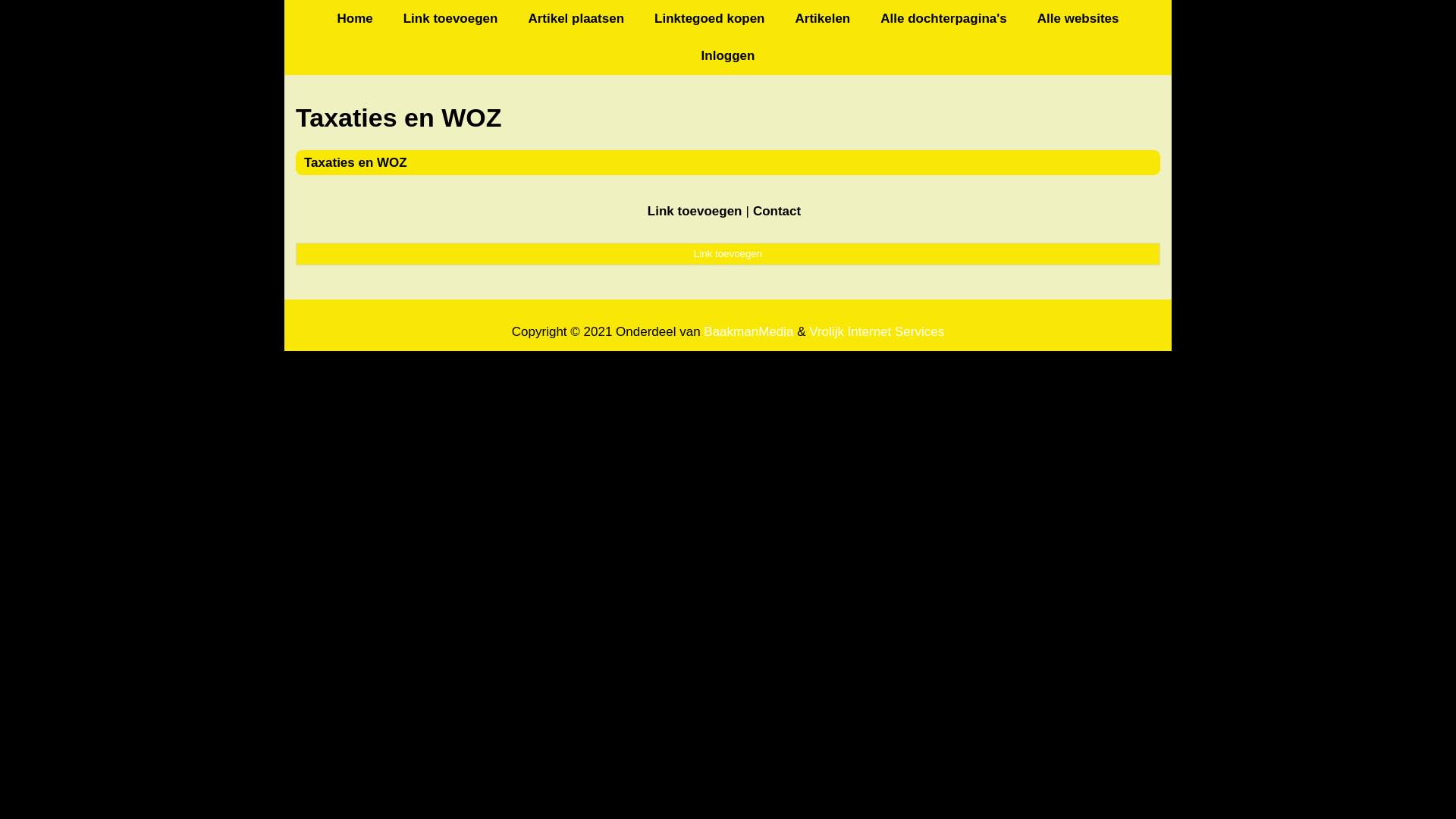  Describe the element at coordinates (353, 18) in the screenshot. I see `'Home'` at that location.